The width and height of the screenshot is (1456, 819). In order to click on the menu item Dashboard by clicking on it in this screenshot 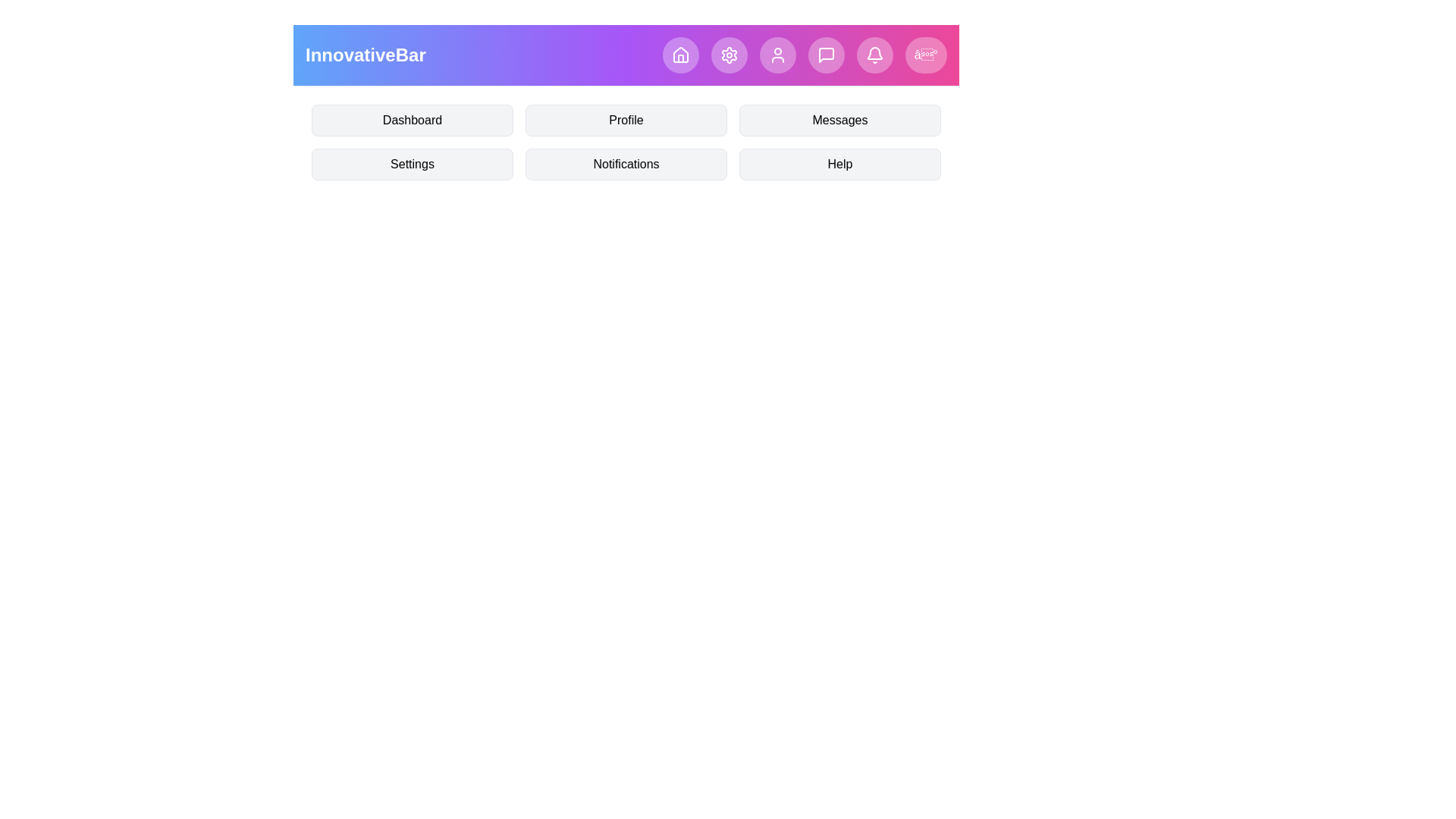, I will do `click(412, 119)`.